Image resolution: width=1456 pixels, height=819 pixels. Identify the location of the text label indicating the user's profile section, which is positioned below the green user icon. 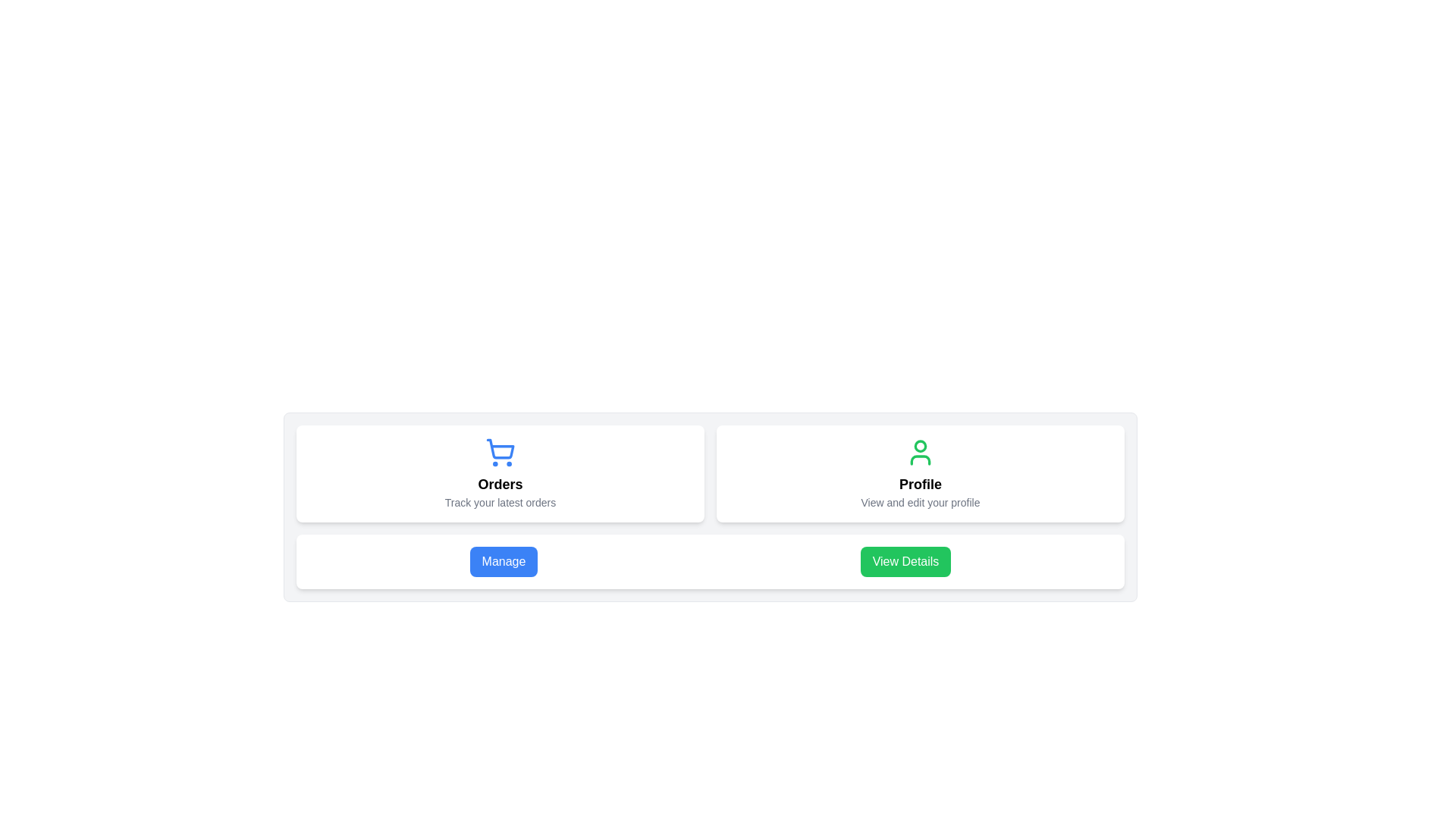
(920, 485).